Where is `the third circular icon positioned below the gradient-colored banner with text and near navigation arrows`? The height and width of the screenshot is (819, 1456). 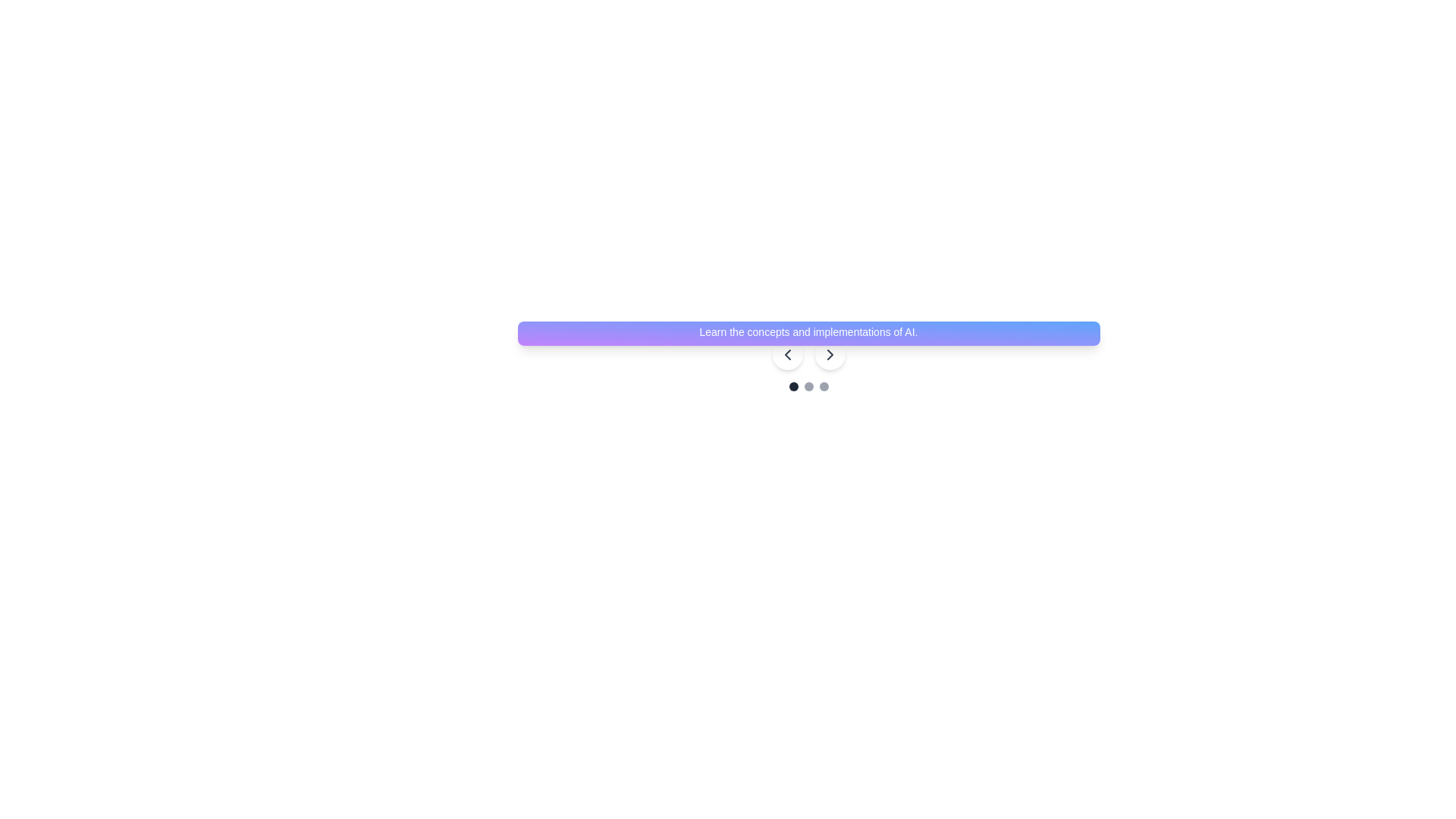 the third circular icon positioned below the gradient-colored banner with text and near navigation arrows is located at coordinates (823, 385).